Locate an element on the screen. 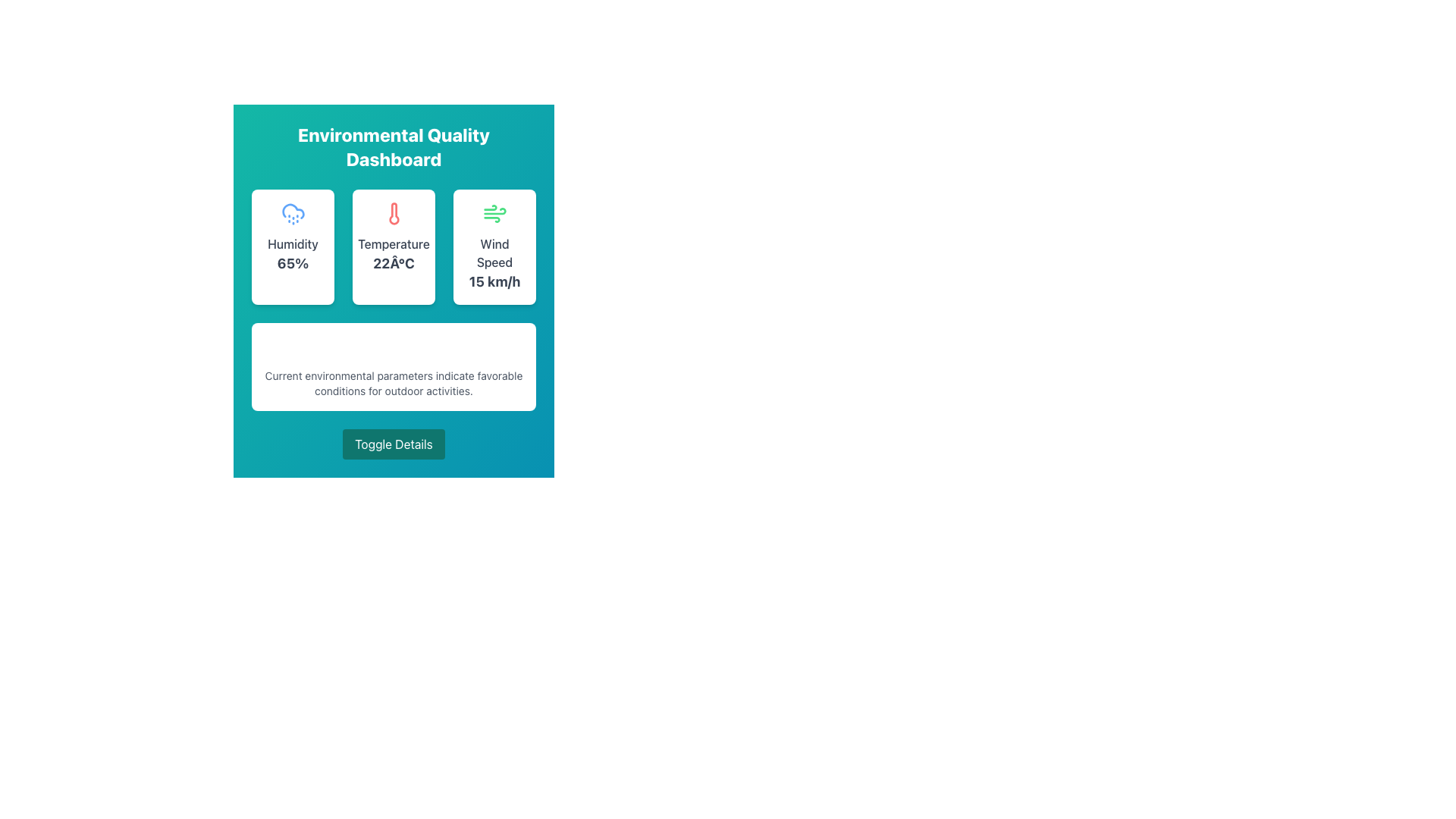 The image size is (1456, 819). the middle card displaying the current temperature, which is centrally aligned in a three-part grid layout is located at coordinates (394, 246).